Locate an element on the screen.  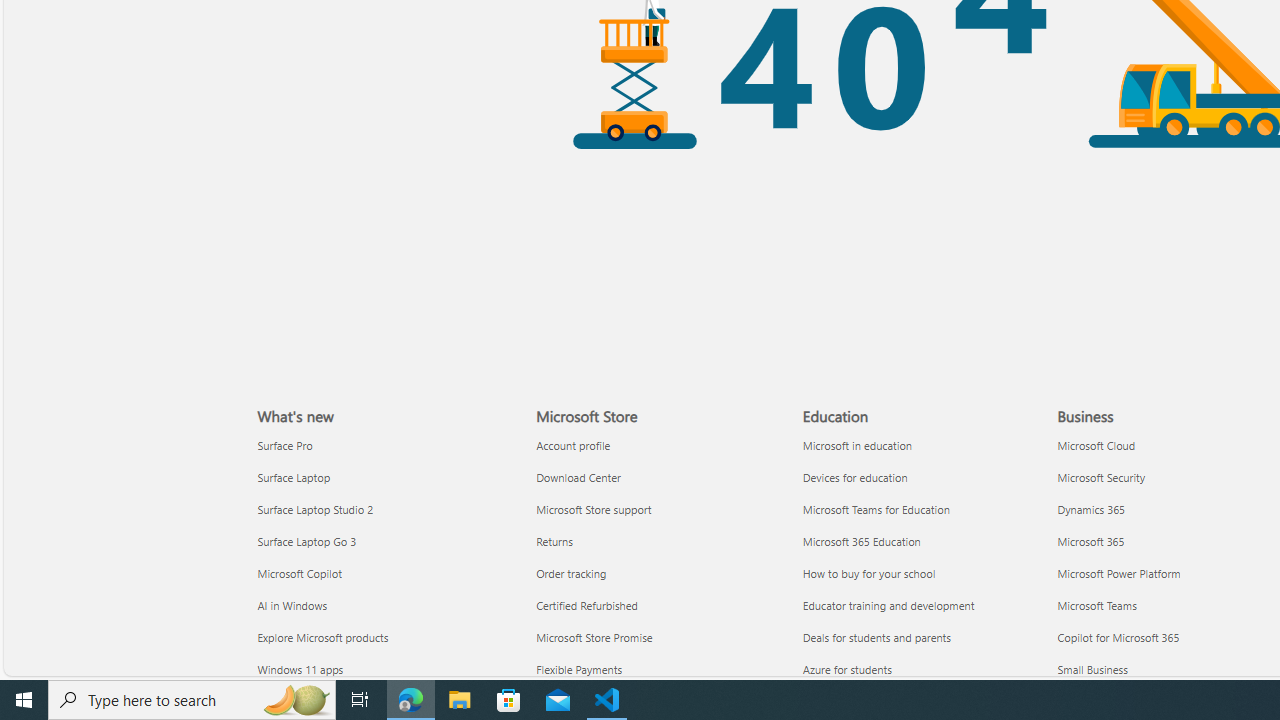
'Certified Refurbished' is located at coordinates (657, 604).